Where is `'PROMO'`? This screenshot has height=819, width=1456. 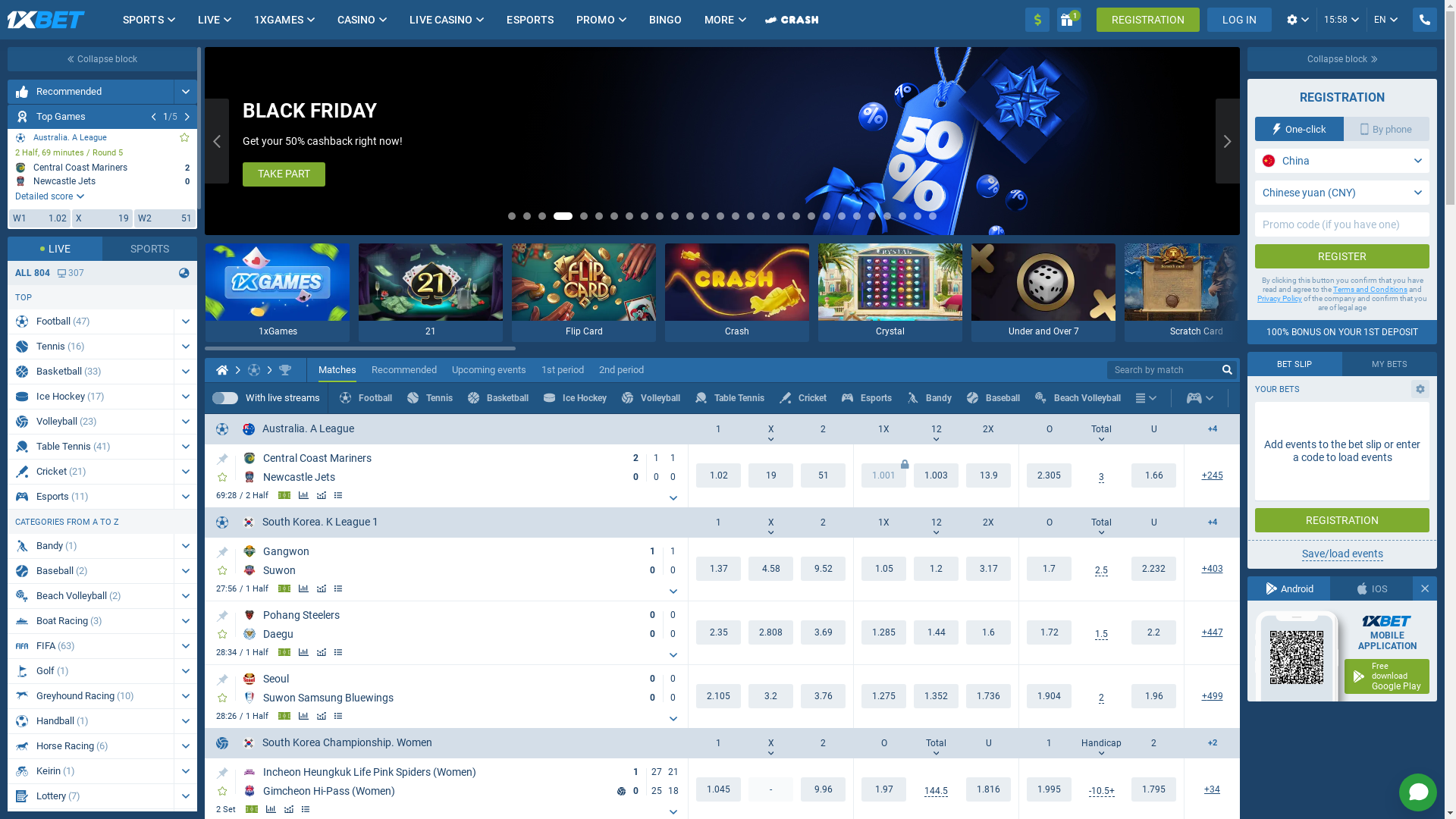
'PROMO' is located at coordinates (595, 20).